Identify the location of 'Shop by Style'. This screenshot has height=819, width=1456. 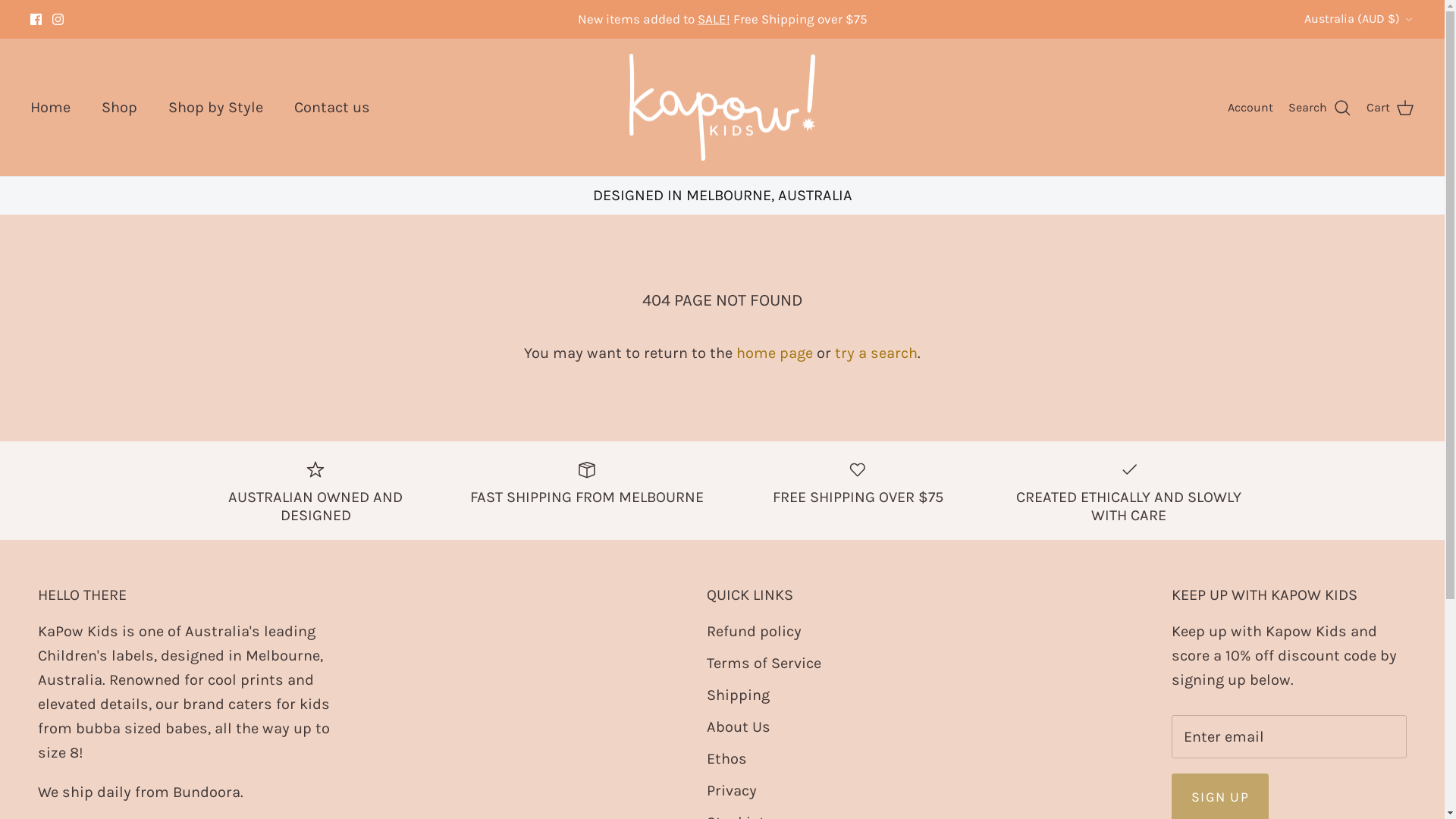
(215, 107).